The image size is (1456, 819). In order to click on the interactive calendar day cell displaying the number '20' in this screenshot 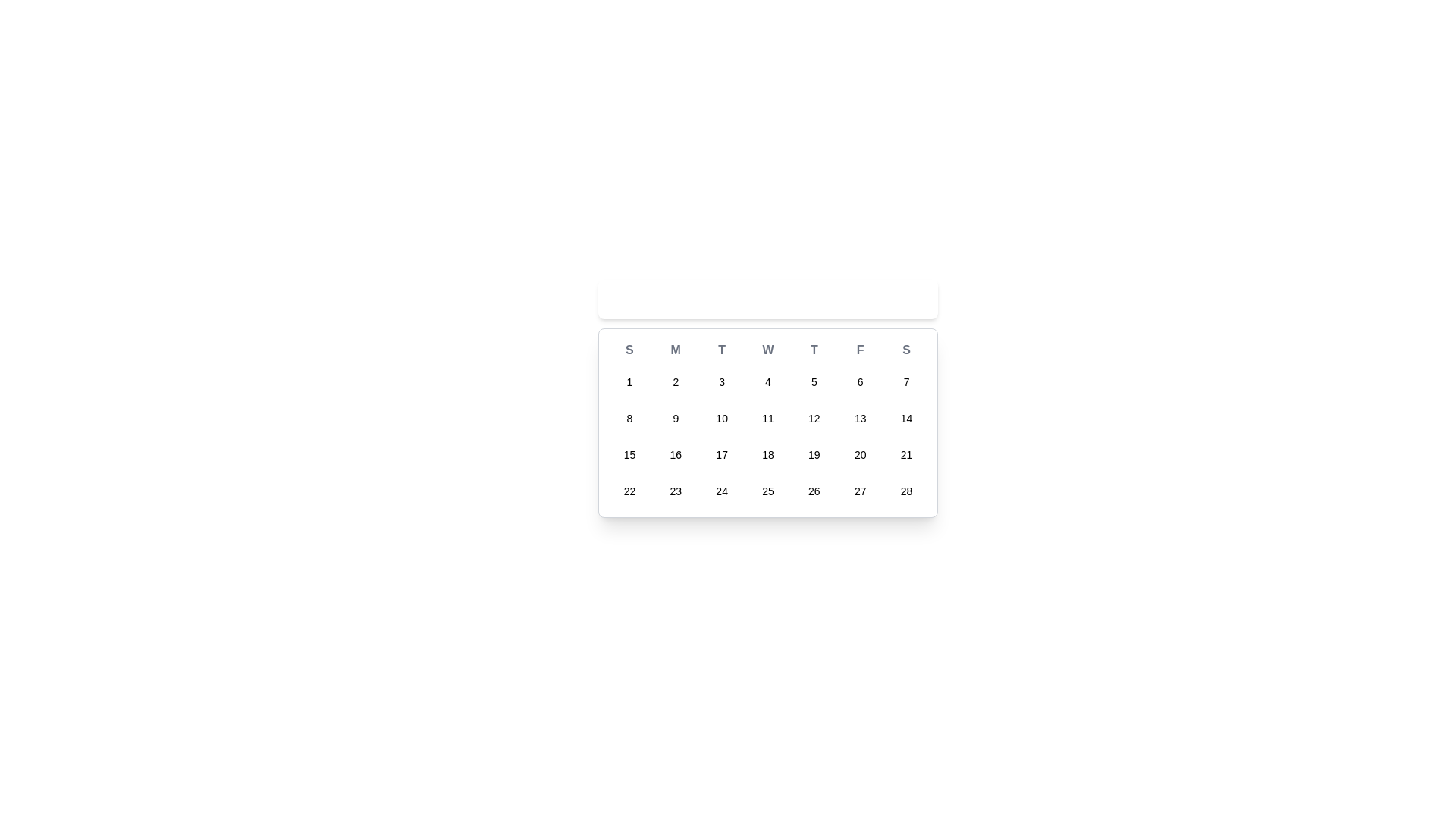, I will do `click(860, 454)`.